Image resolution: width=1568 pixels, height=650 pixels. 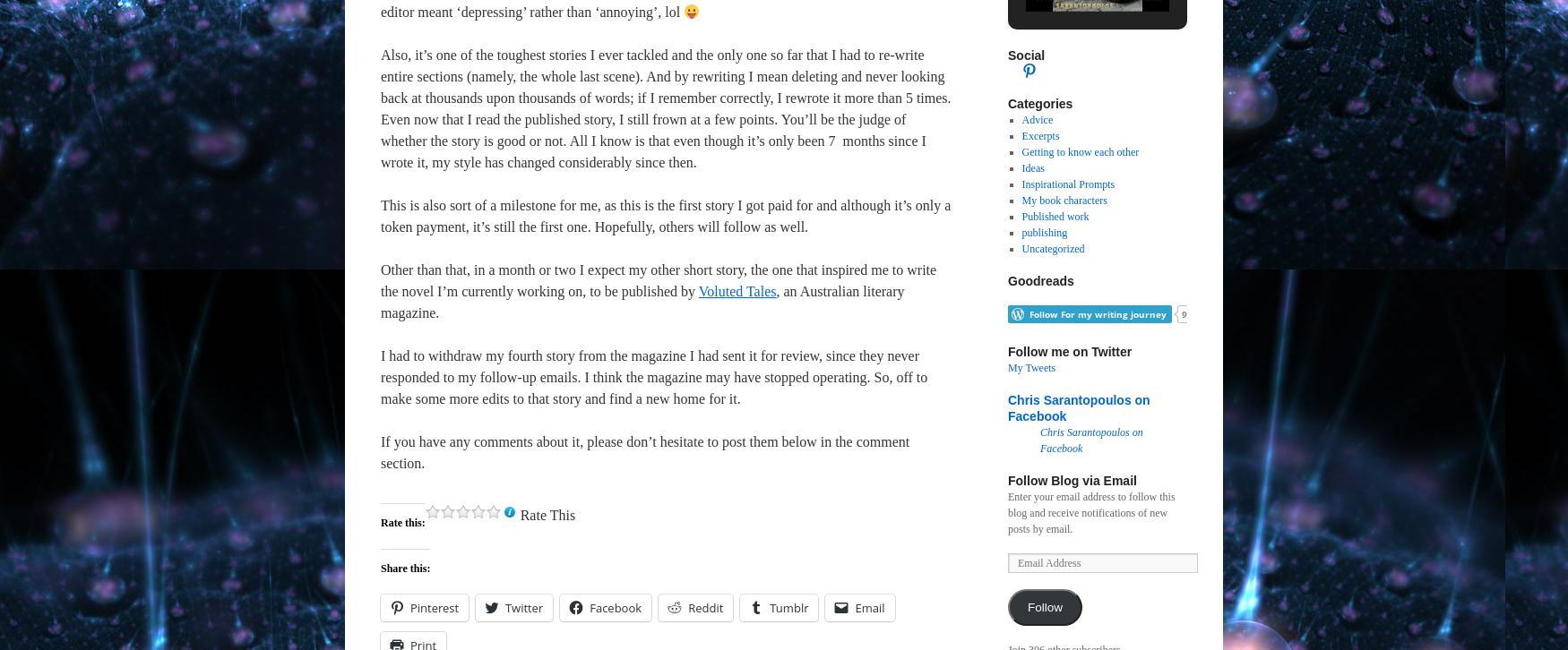 What do you see at coordinates (380, 301) in the screenshot?
I see `', an Australian literary magazine.'` at bounding box center [380, 301].